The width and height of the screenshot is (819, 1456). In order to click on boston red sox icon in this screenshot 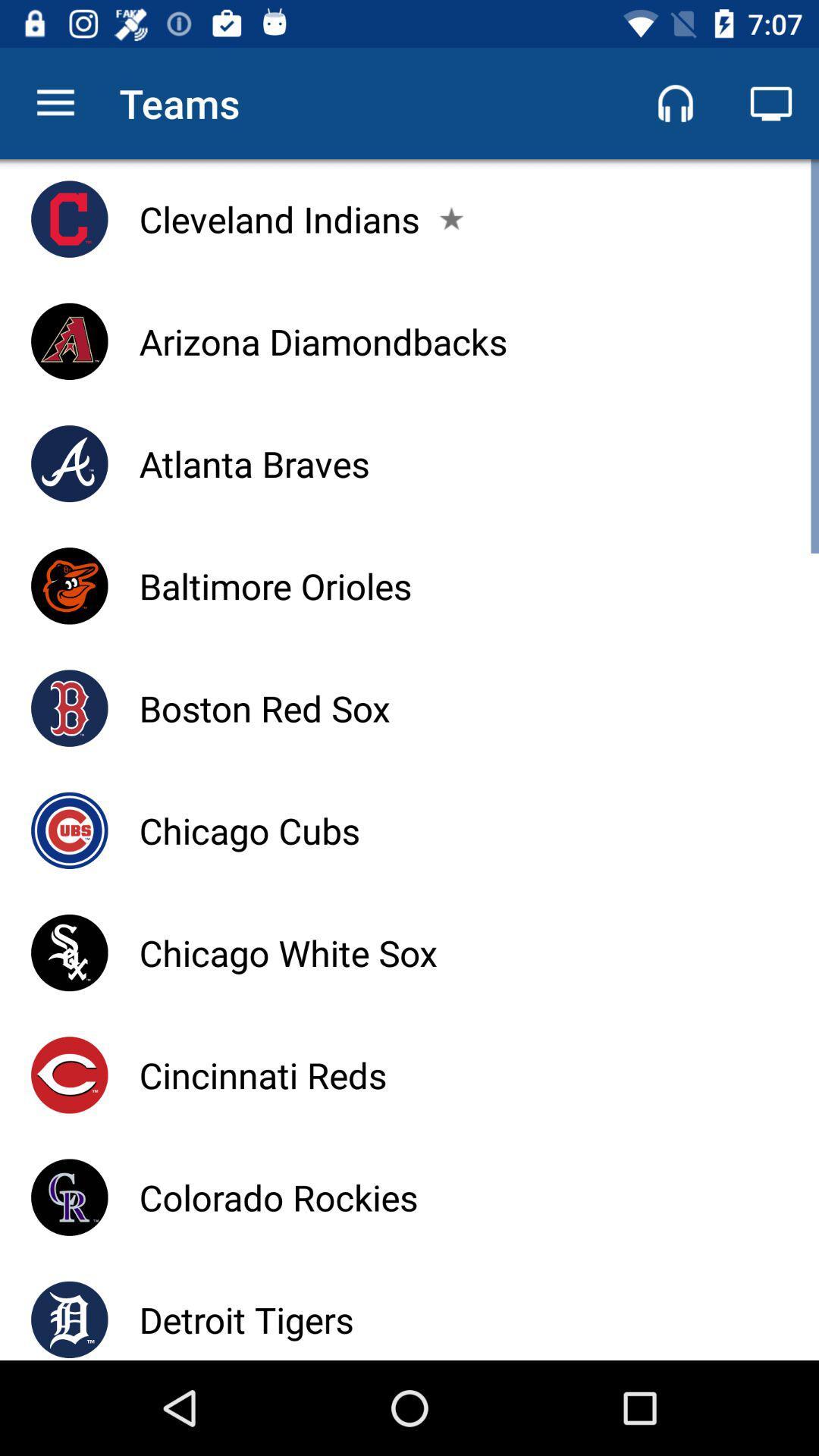, I will do `click(264, 708)`.